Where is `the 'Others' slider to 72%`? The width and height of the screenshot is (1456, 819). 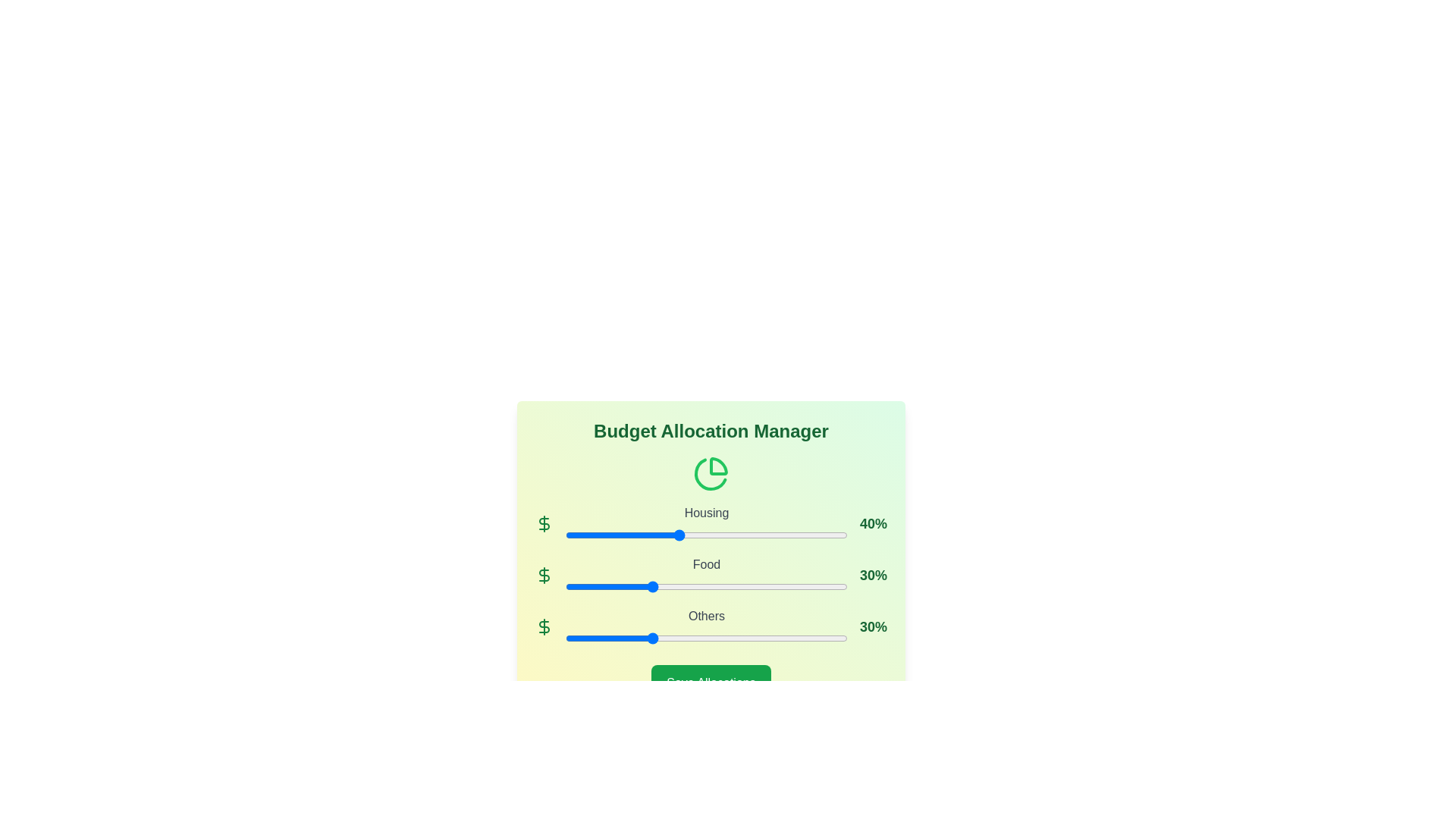
the 'Others' slider to 72% is located at coordinates (768, 638).